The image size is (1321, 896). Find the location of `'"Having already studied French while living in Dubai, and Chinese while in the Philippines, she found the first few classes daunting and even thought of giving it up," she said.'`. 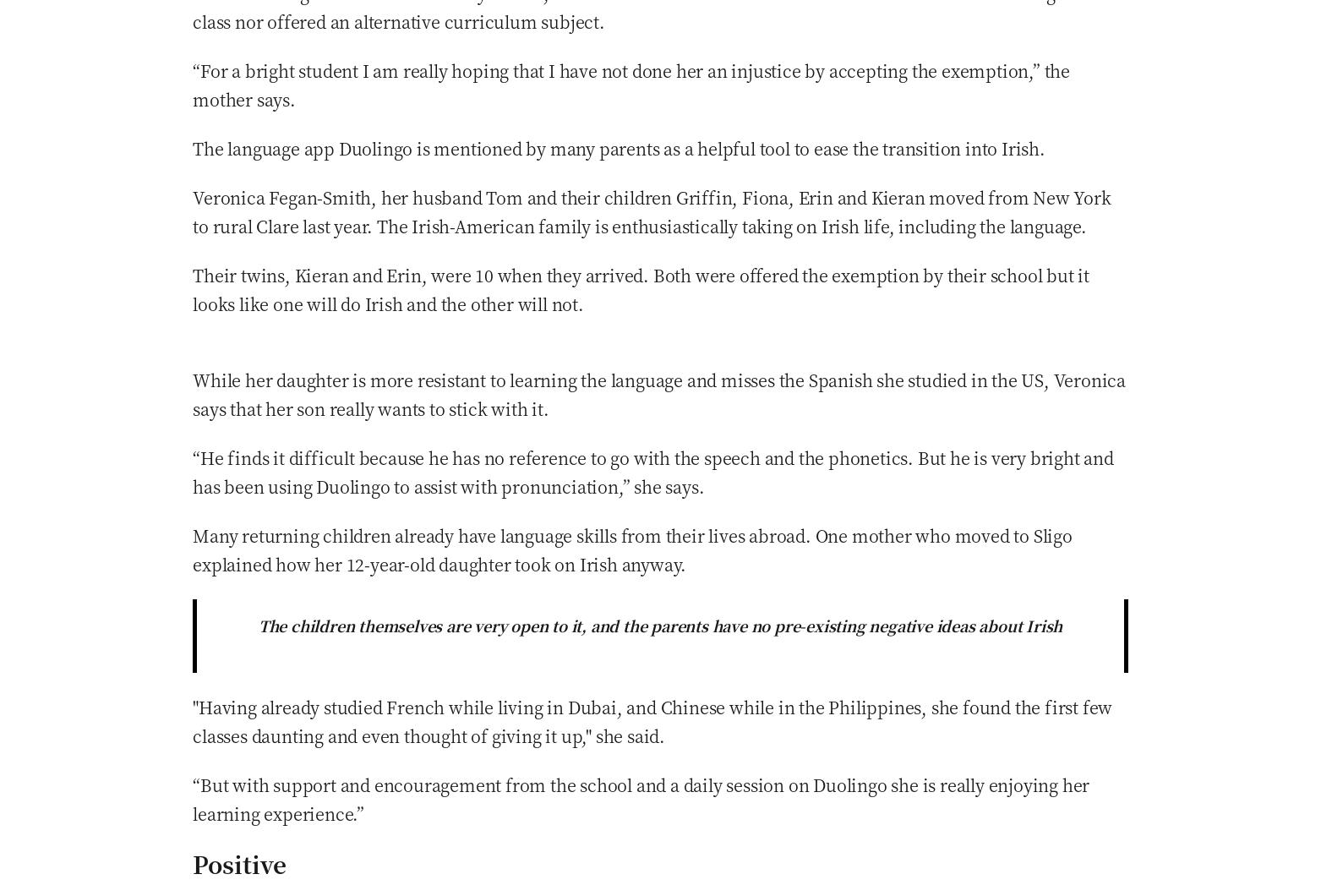

'"Having already studied French while living in Dubai, and Chinese while in the Philippines, she found the first few classes daunting and even thought of giving it up," she said.' is located at coordinates (652, 720).